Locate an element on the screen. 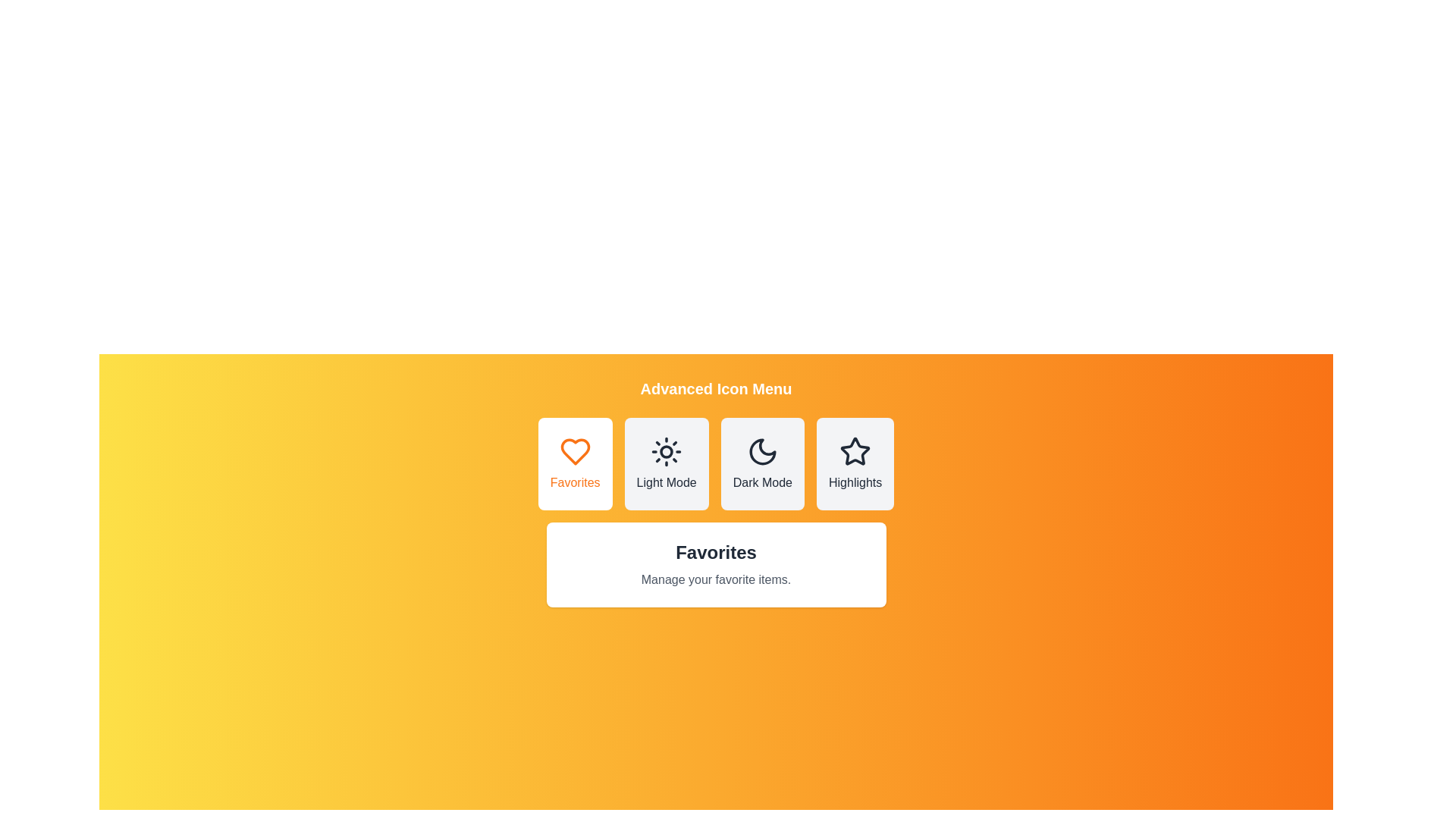 Image resolution: width=1456 pixels, height=819 pixels. the 'Dark Mode' button is located at coordinates (762, 463).